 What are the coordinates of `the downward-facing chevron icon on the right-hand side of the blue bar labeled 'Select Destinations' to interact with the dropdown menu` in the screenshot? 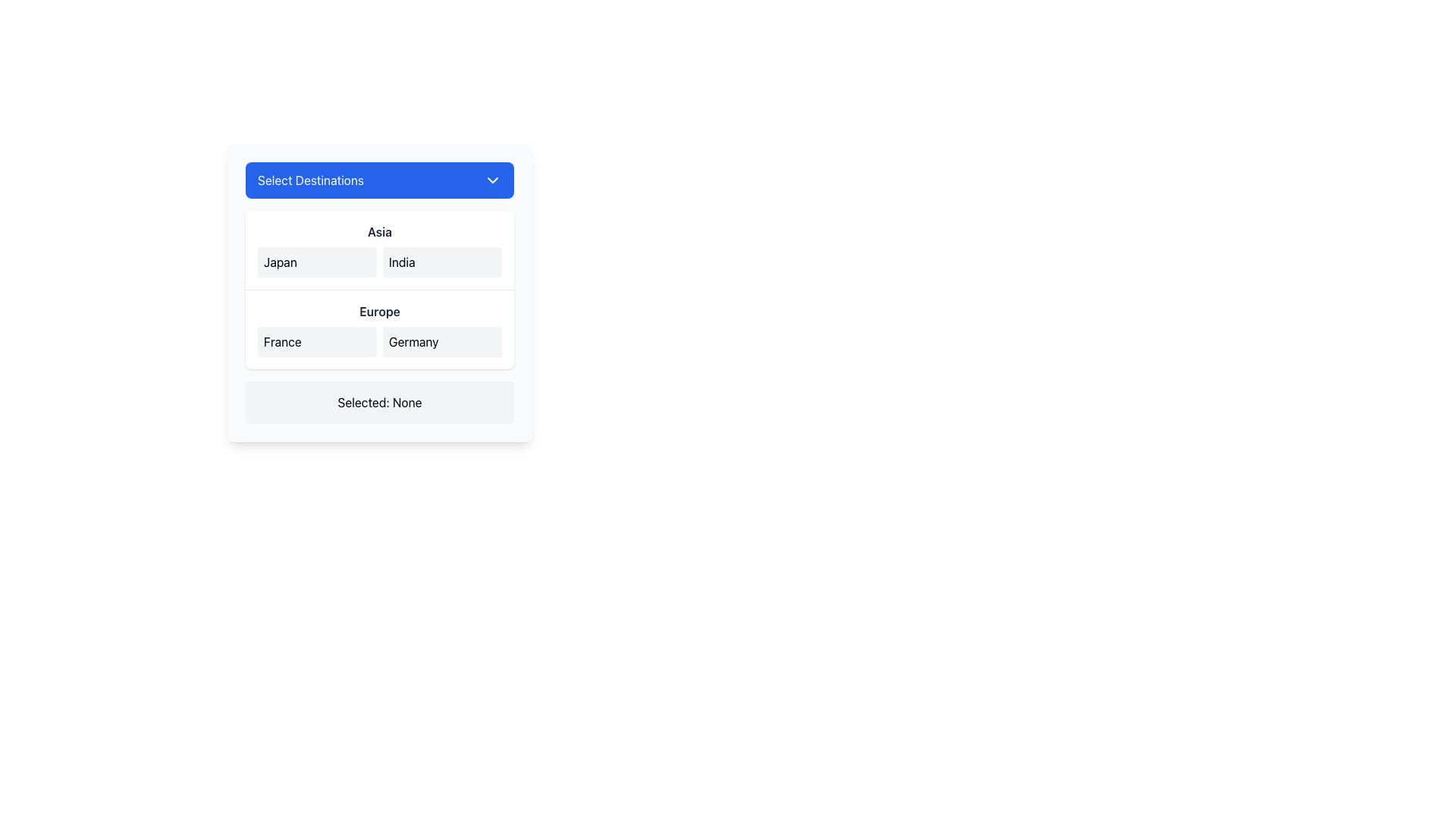 It's located at (492, 180).